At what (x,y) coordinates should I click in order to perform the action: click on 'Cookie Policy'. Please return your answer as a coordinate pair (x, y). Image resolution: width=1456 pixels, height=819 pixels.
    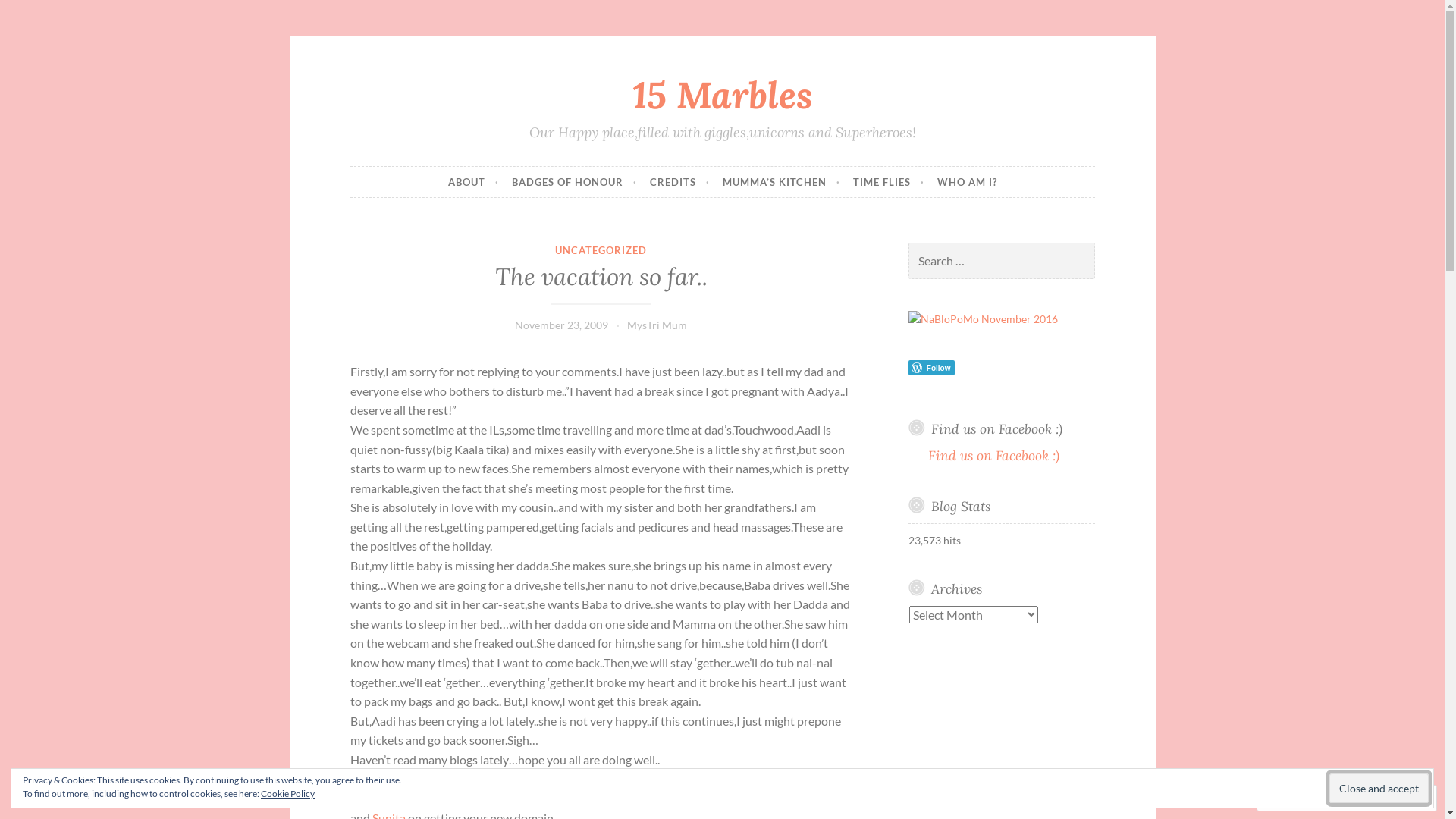
    Looking at the image, I should click on (287, 792).